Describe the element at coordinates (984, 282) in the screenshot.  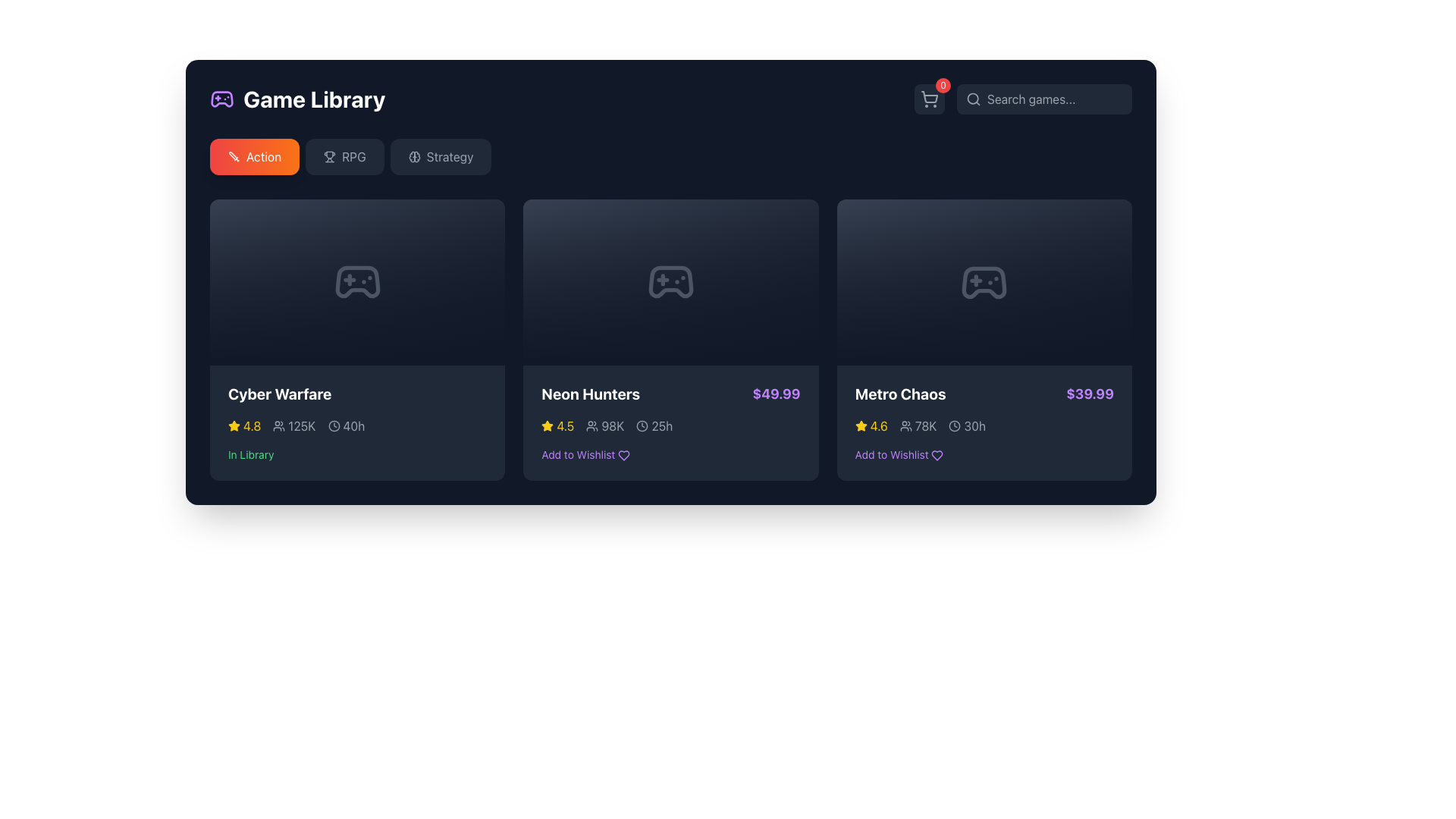
I see `the graphical thumbnail representing the game title 'Metro Chaos' in the upper half of the card located in the third column of the browse section to interact with overlay effects` at that location.